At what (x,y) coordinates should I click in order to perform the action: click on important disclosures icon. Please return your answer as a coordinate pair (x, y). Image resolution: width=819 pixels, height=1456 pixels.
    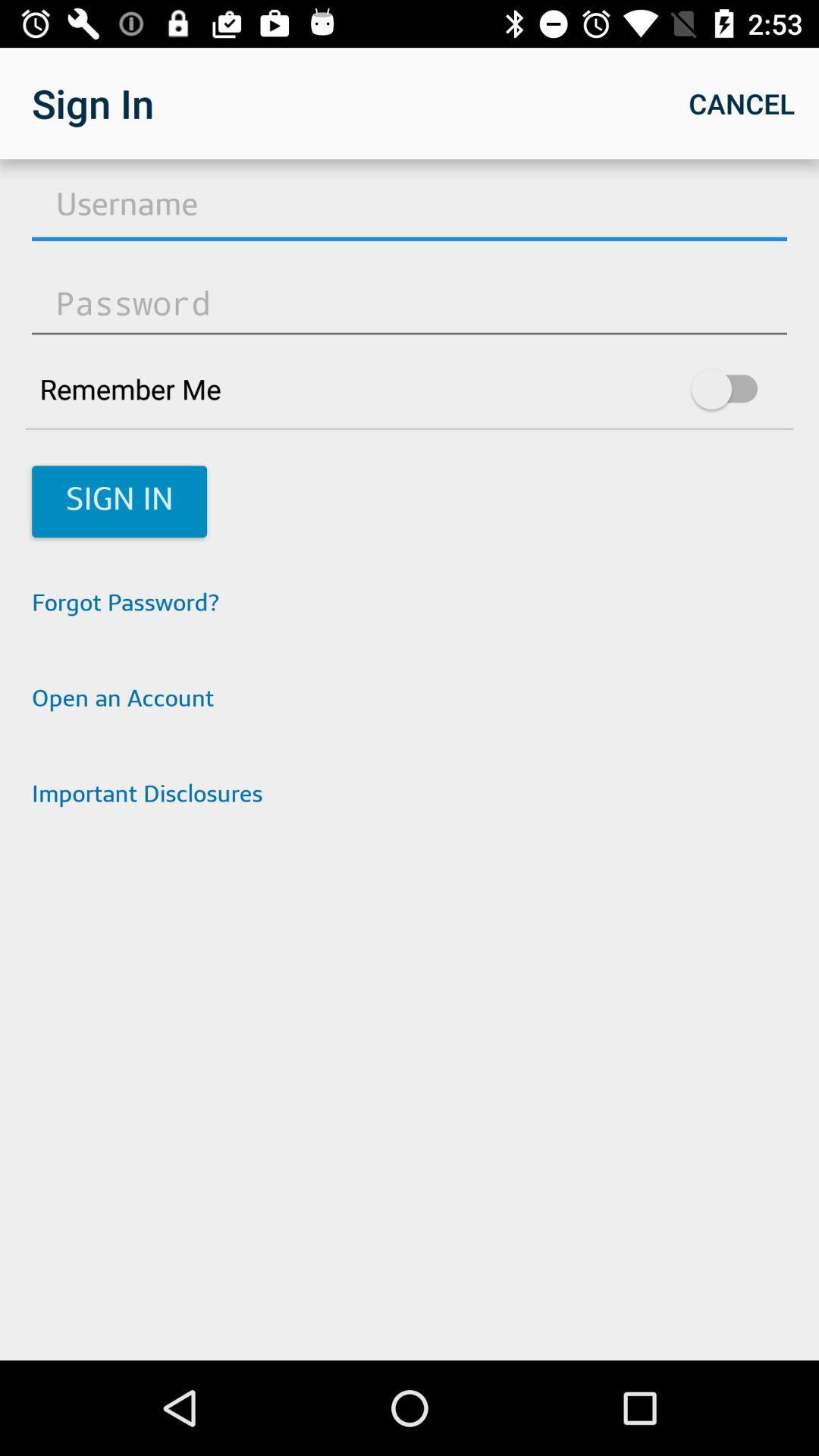
    Looking at the image, I should click on (409, 795).